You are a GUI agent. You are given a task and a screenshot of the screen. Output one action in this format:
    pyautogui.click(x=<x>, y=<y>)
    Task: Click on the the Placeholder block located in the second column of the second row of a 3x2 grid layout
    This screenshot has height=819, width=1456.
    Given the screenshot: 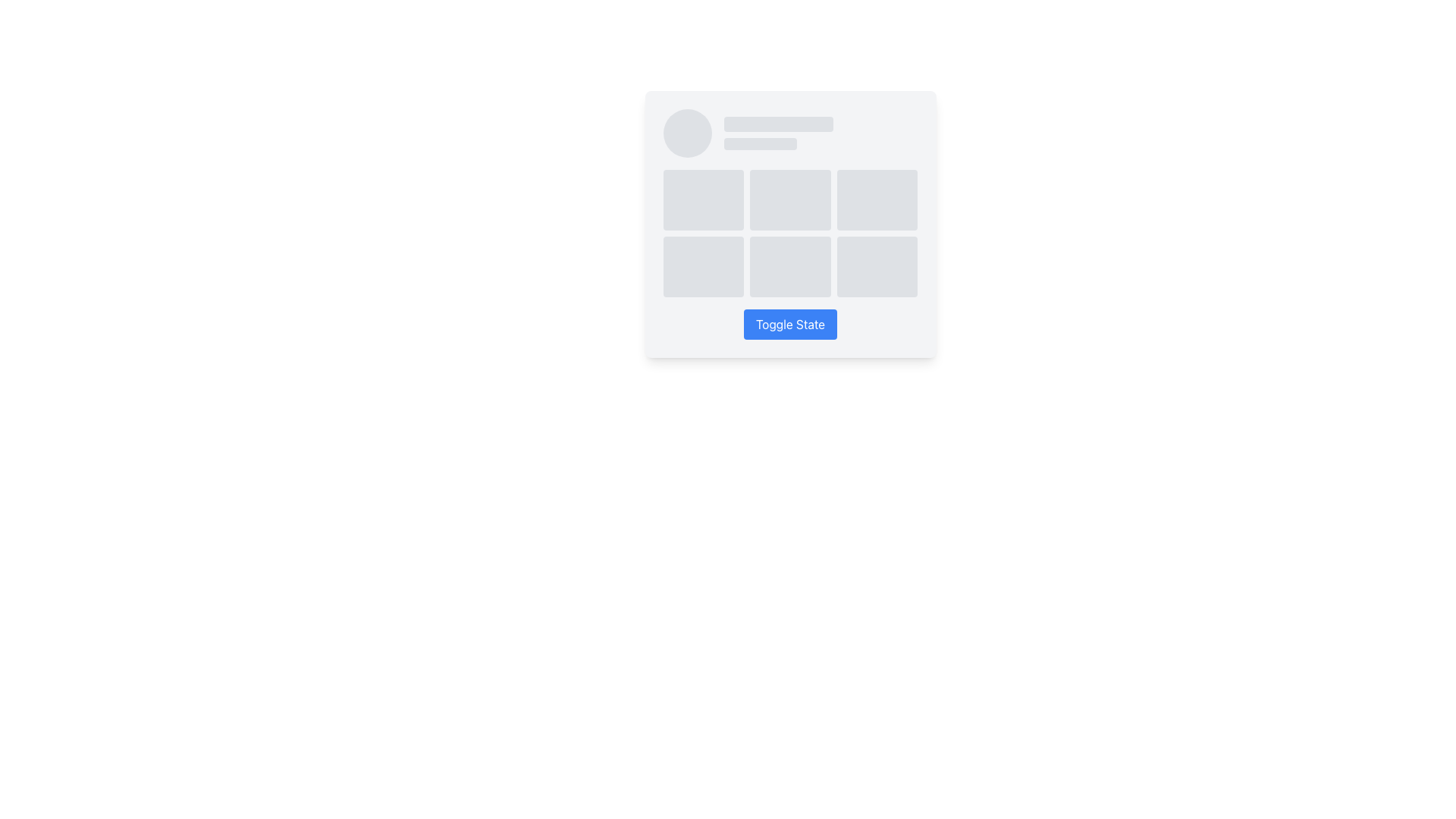 What is the action you would take?
    pyautogui.click(x=789, y=265)
    